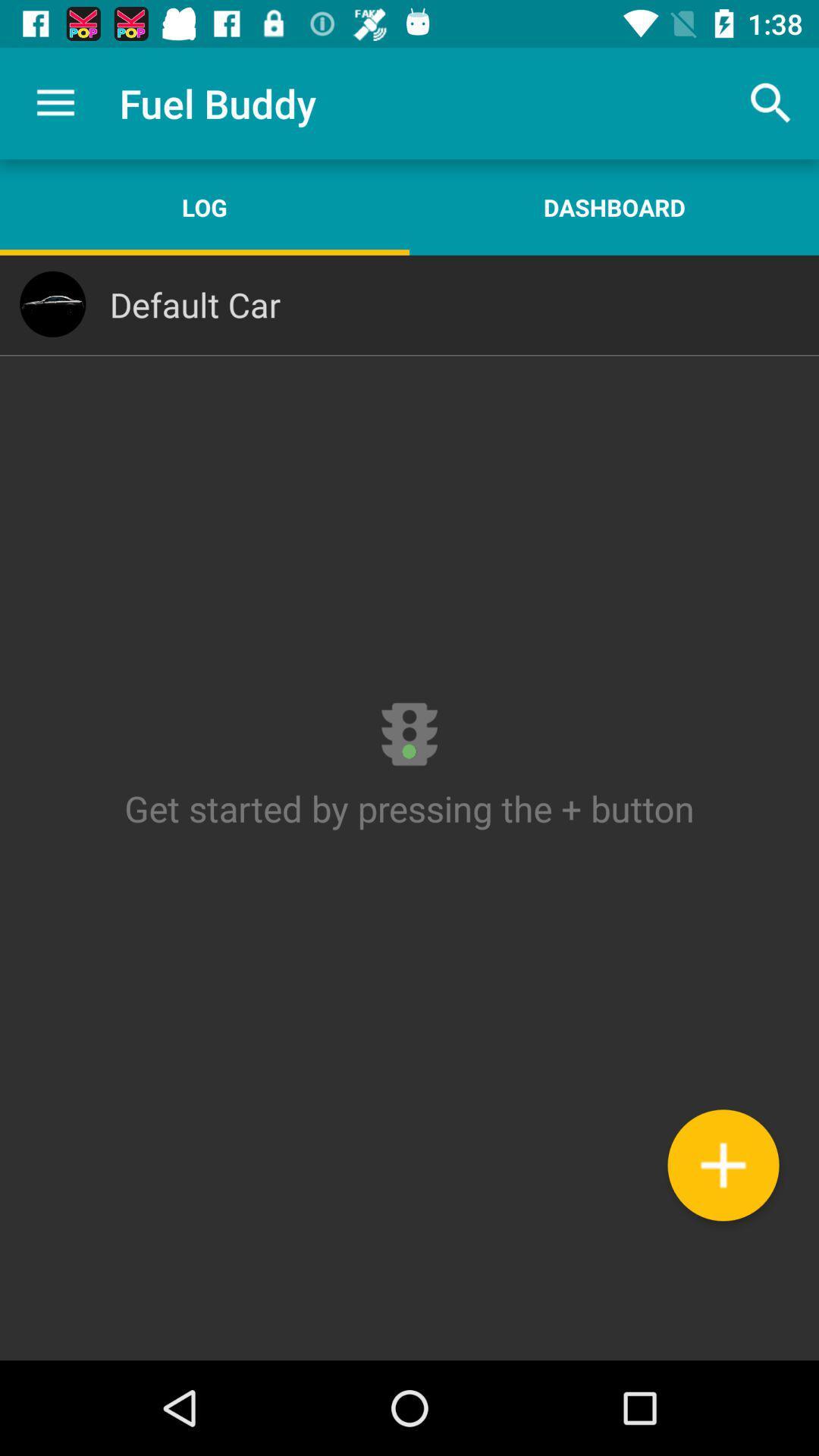  I want to click on the item above the default car icon, so click(205, 206).